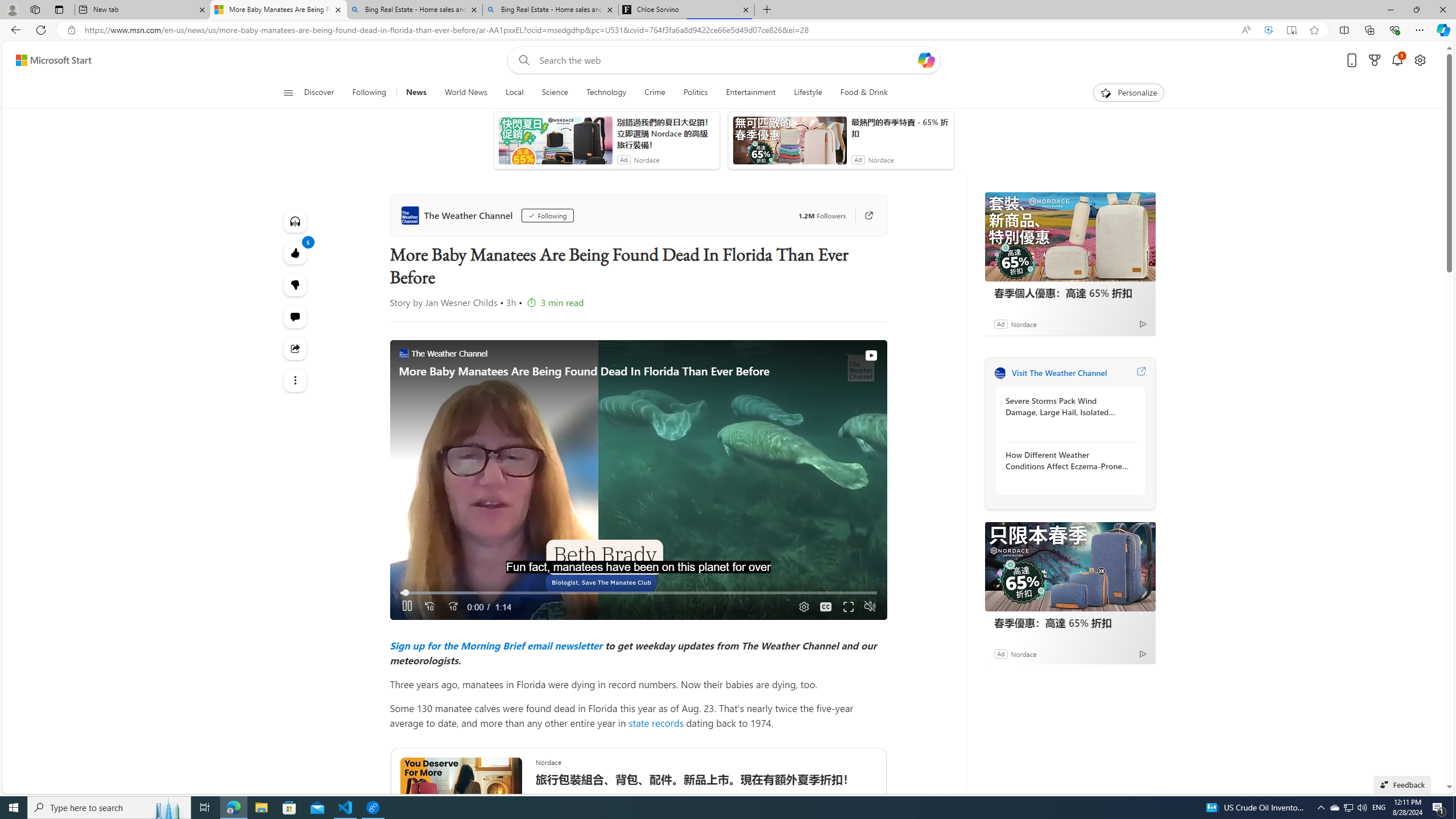  I want to click on 'Lifestyle', so click(807, 92).